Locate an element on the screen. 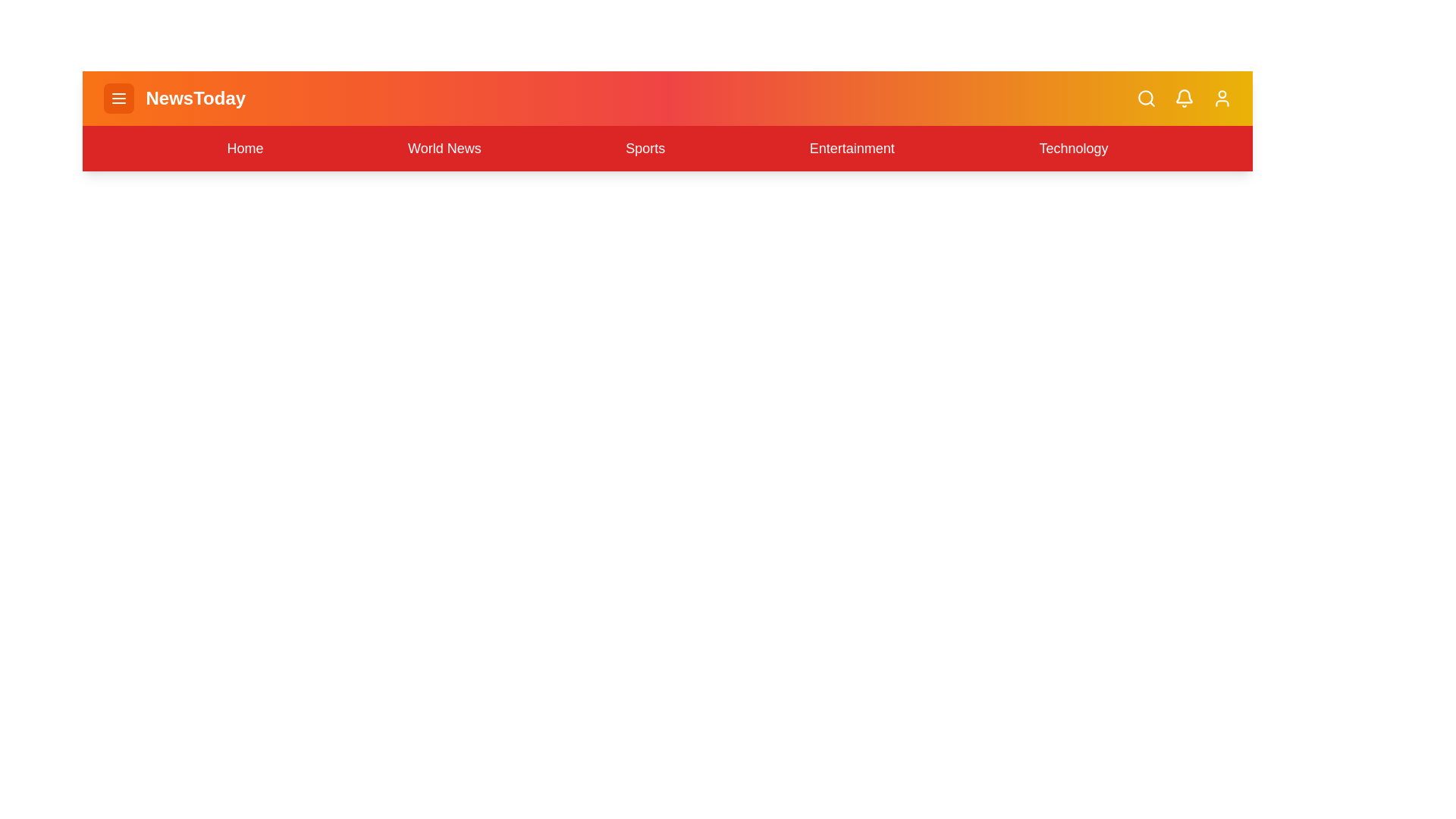  the Home navigation link in the menu is located at coordinates (245, 149).